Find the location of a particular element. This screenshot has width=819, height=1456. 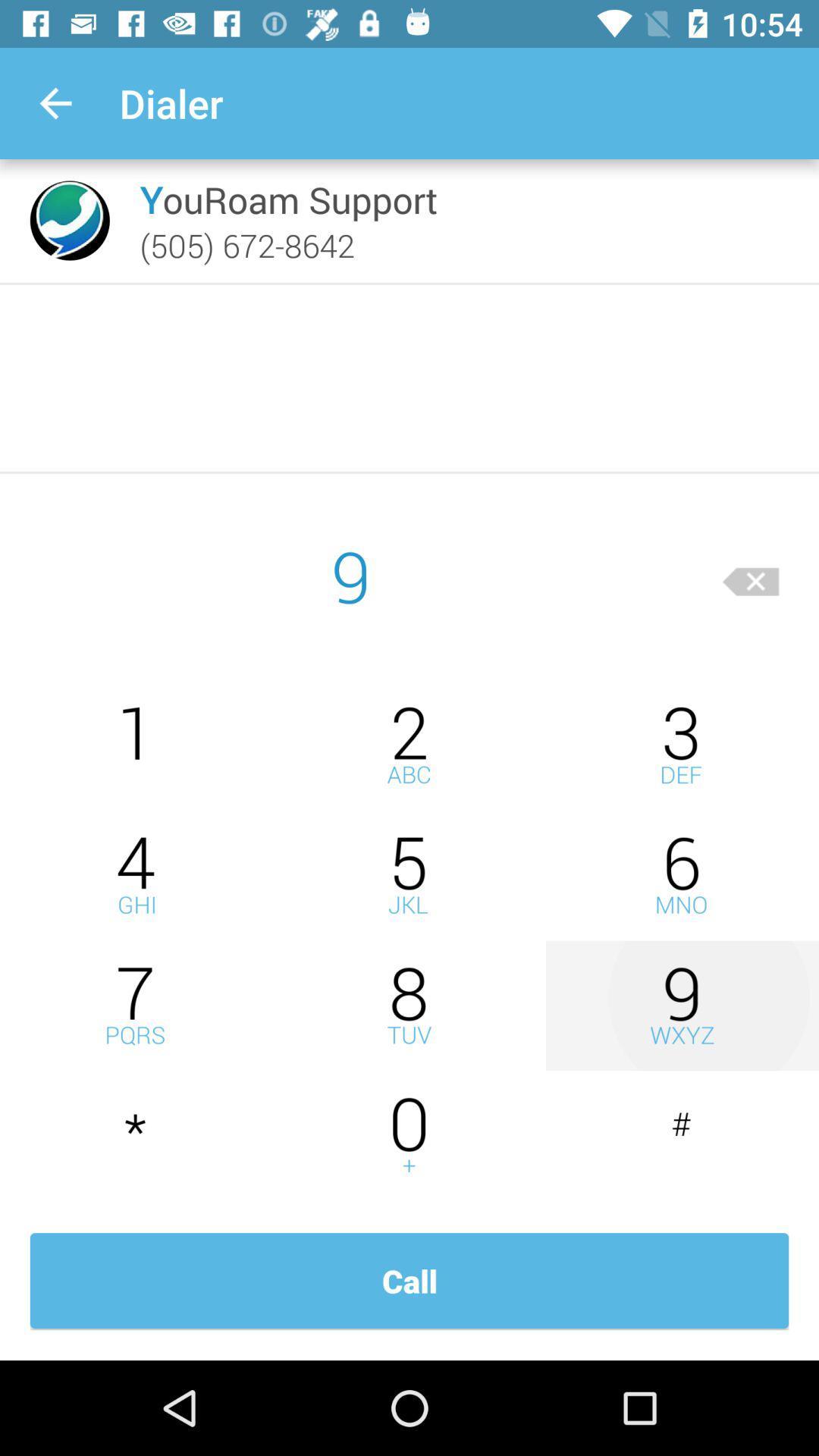

the (505) 672-8642 item is located at coordinates (246, 245).